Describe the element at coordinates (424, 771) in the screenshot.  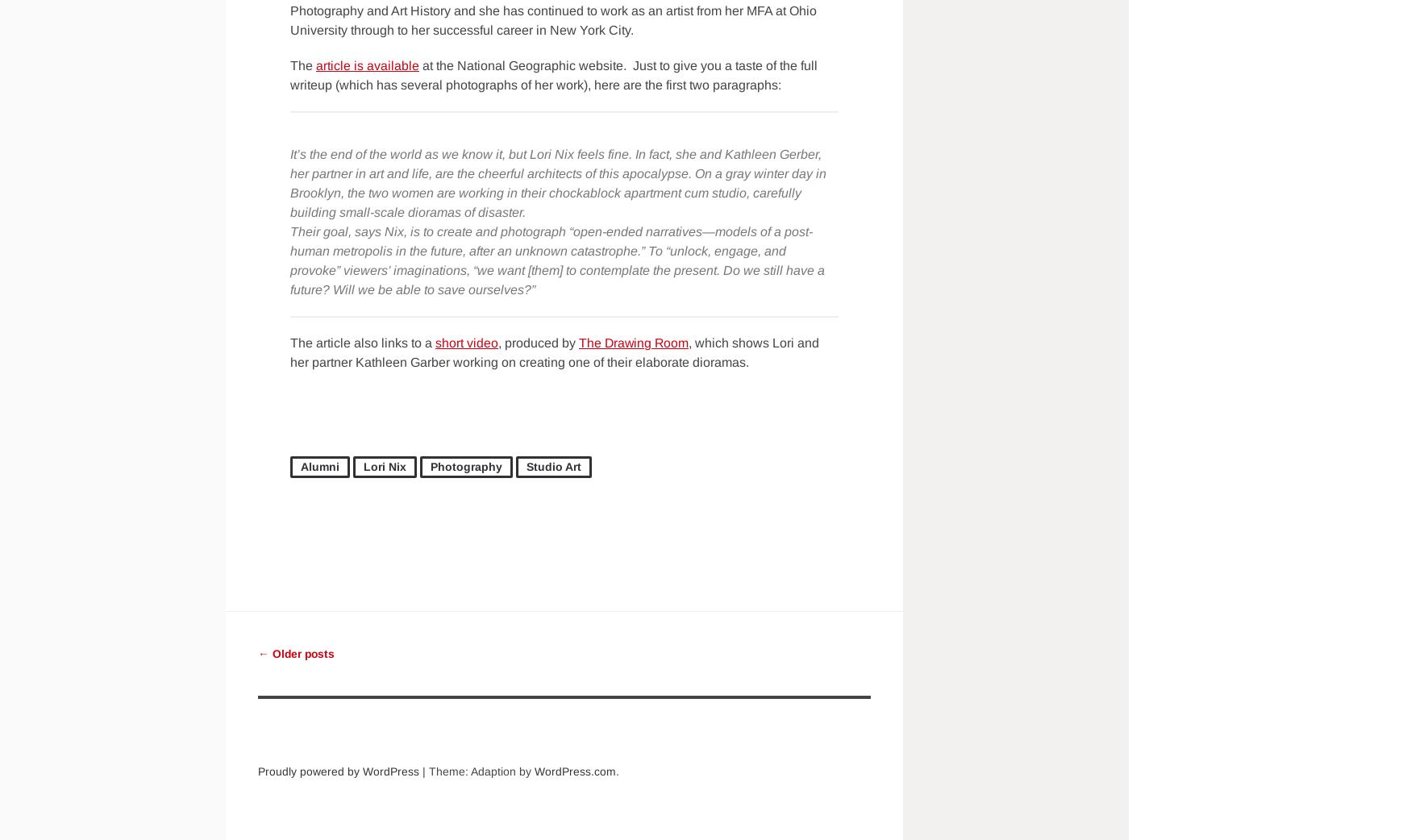
I see `'|'` at that location.